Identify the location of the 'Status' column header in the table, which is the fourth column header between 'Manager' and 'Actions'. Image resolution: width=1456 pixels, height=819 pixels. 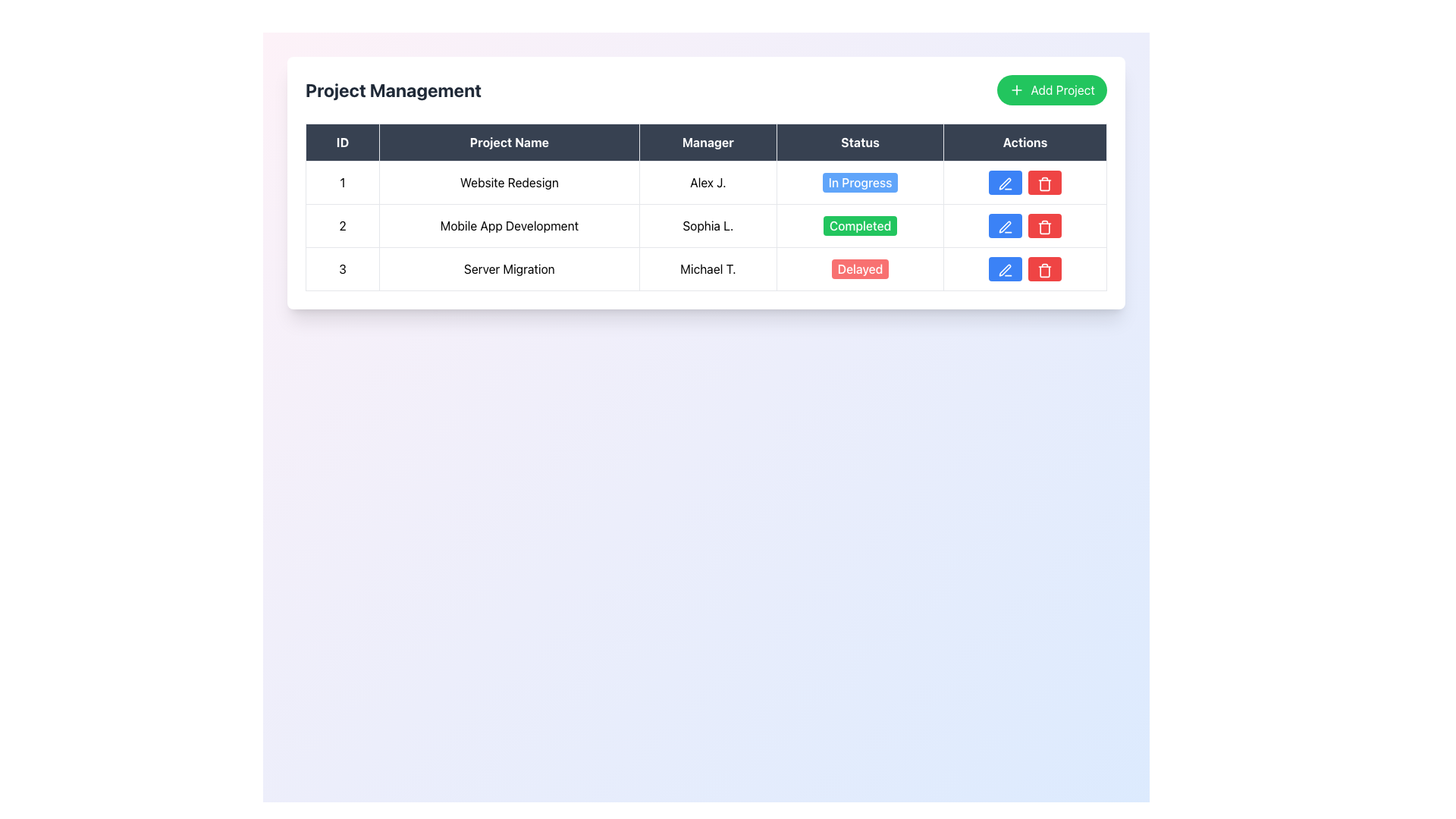
(860, 143).